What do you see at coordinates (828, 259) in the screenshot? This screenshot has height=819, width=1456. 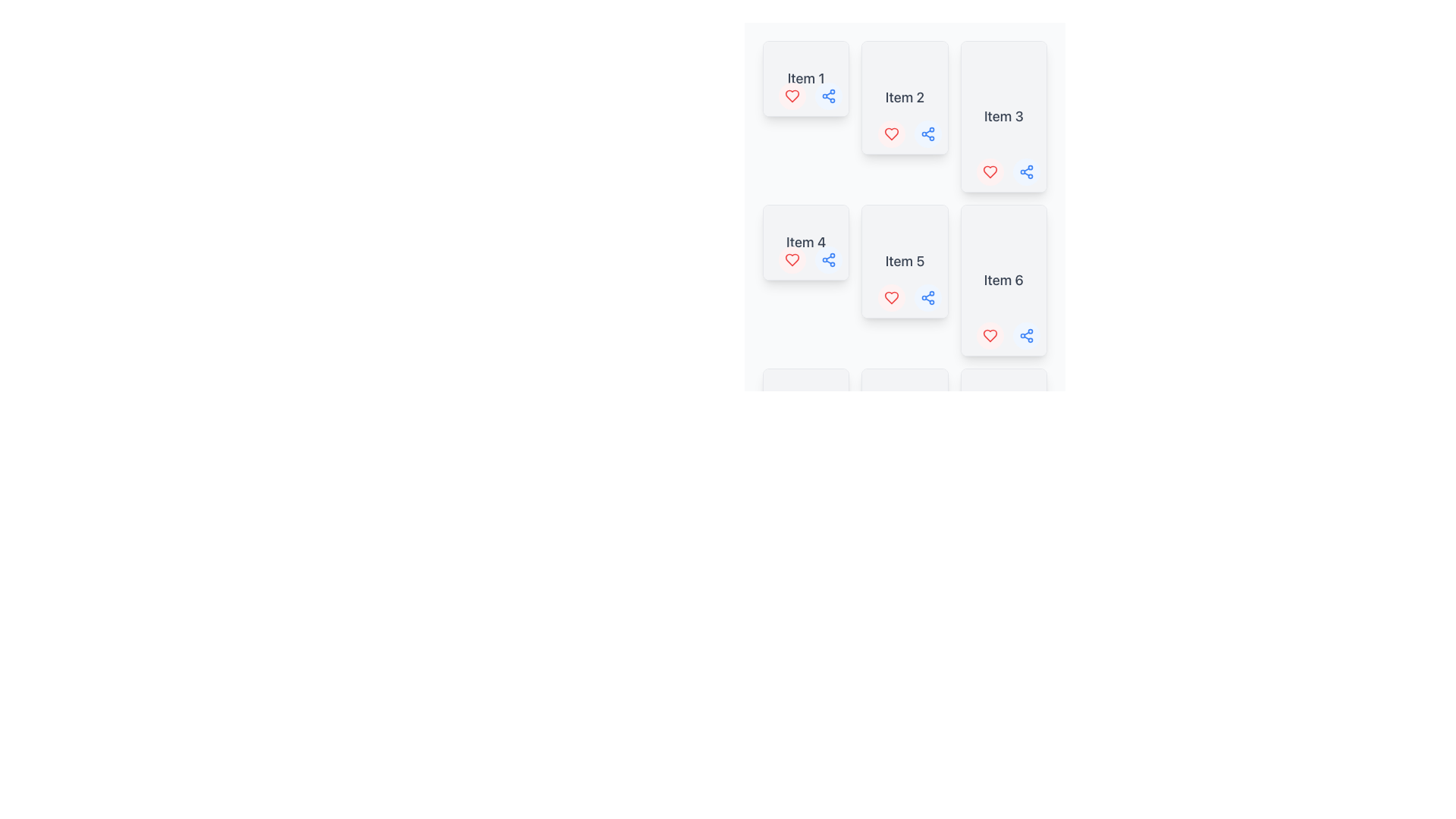 I see `the share button located at the bottom-right corner of the 'Item 4' card` at bounding box center [828, 259].